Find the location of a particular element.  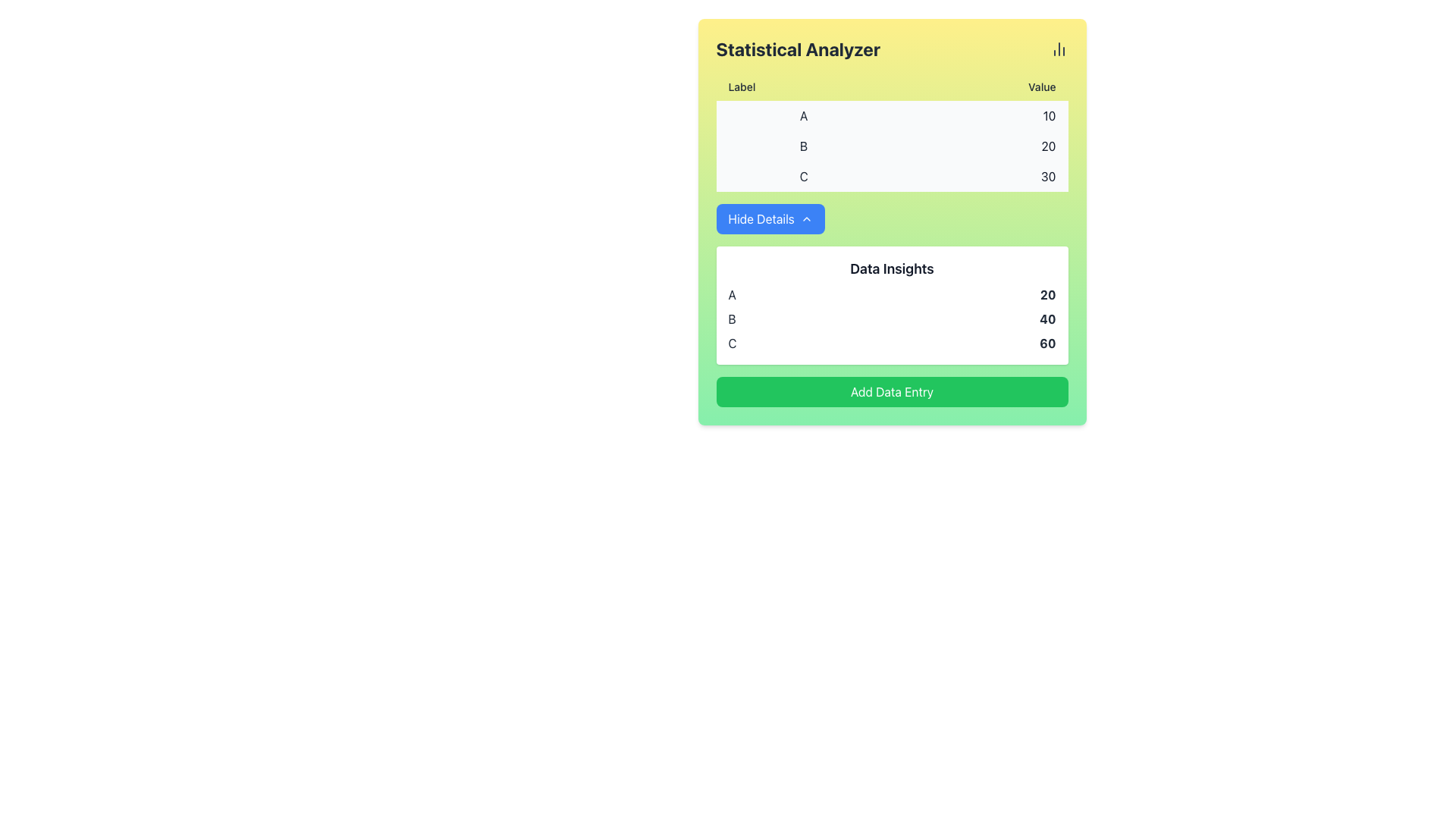

the button located below the table displaying labels and values, which toggles the visibility of detailed information in the interface, to hide currently visible detailed sections is located at coordinates (770, 219).